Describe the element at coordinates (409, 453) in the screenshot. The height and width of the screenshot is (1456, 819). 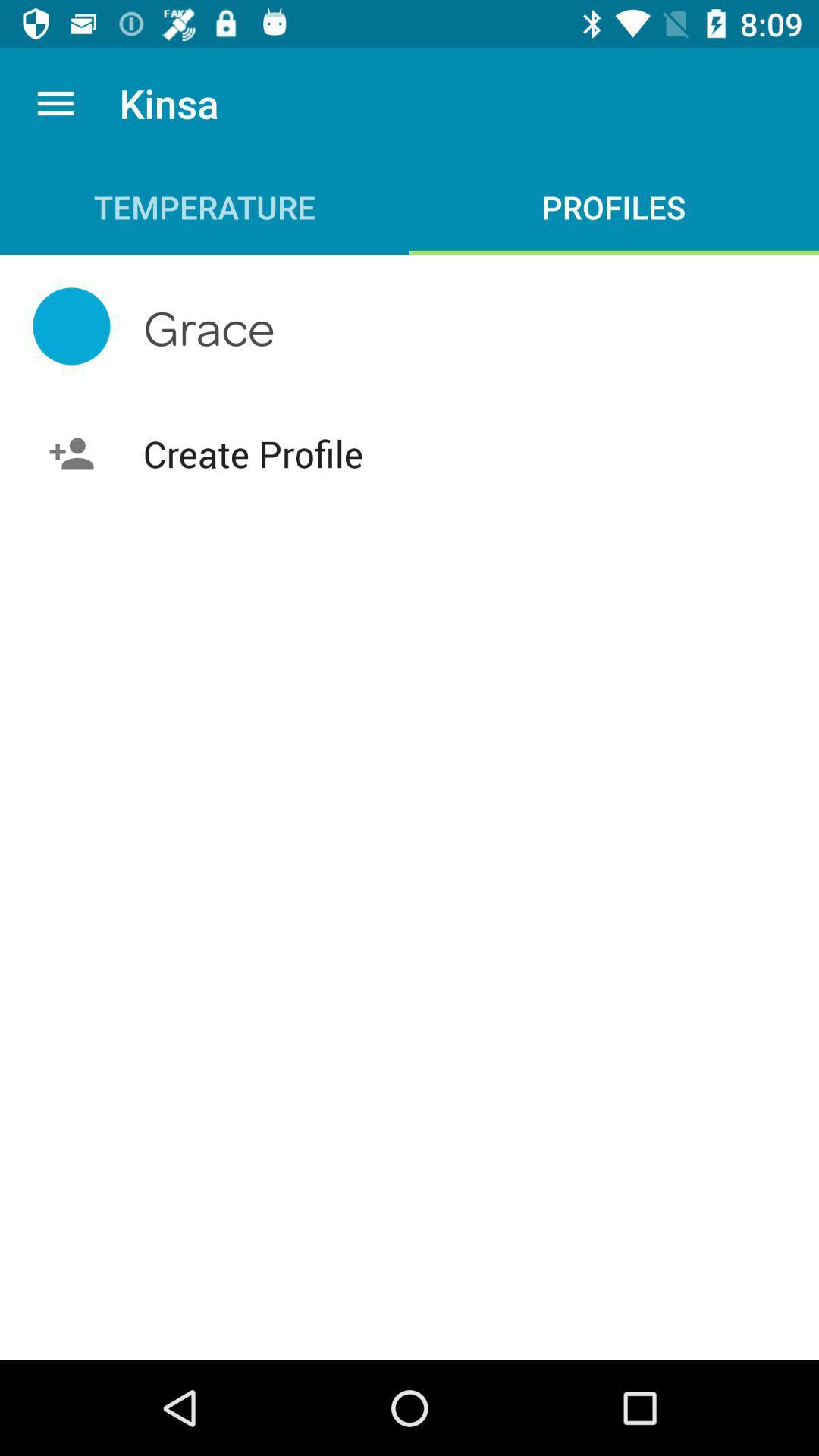
I see `the create profile` at that location.